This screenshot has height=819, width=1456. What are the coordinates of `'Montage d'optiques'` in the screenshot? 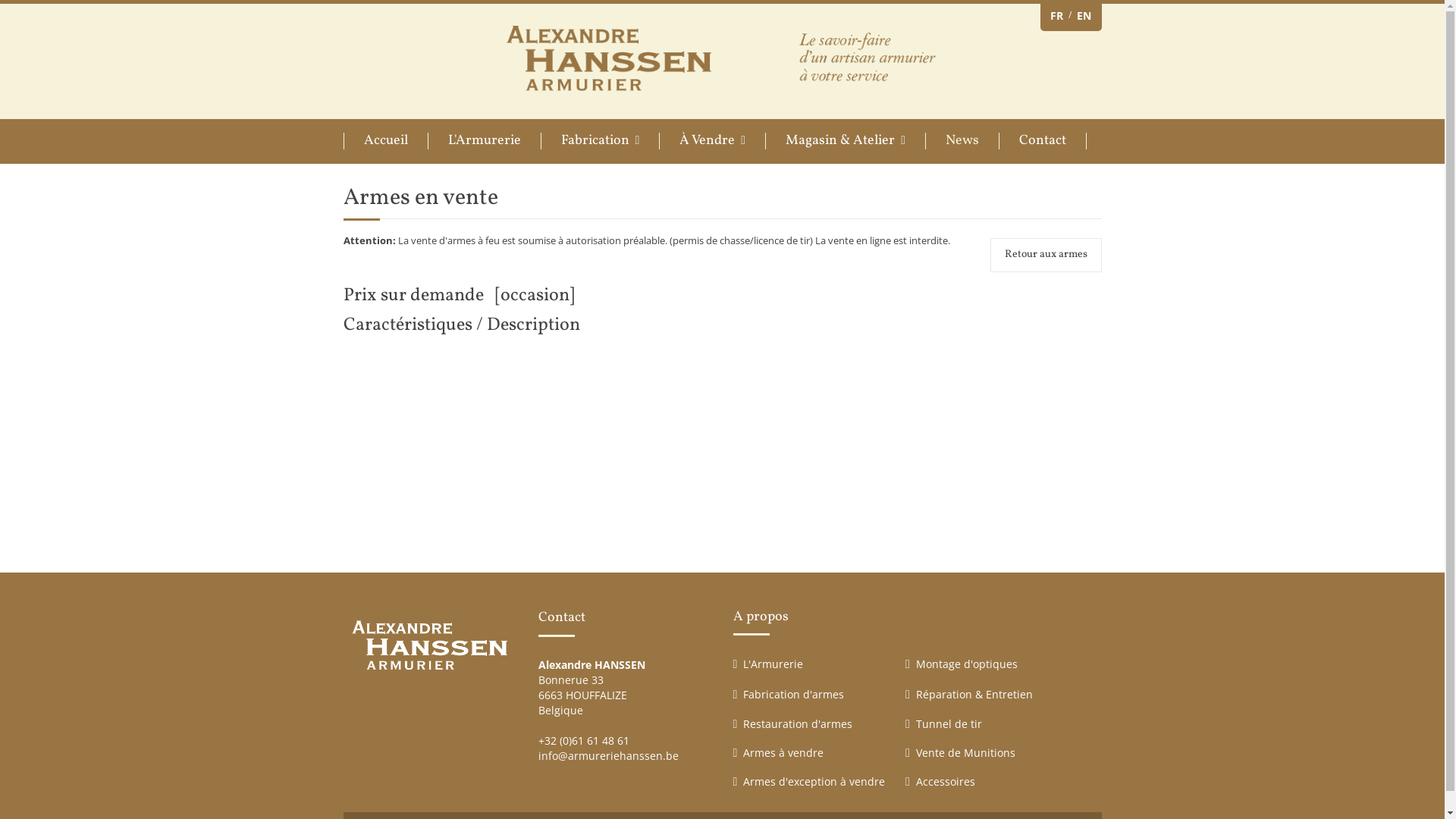 It's located at (966, 663).